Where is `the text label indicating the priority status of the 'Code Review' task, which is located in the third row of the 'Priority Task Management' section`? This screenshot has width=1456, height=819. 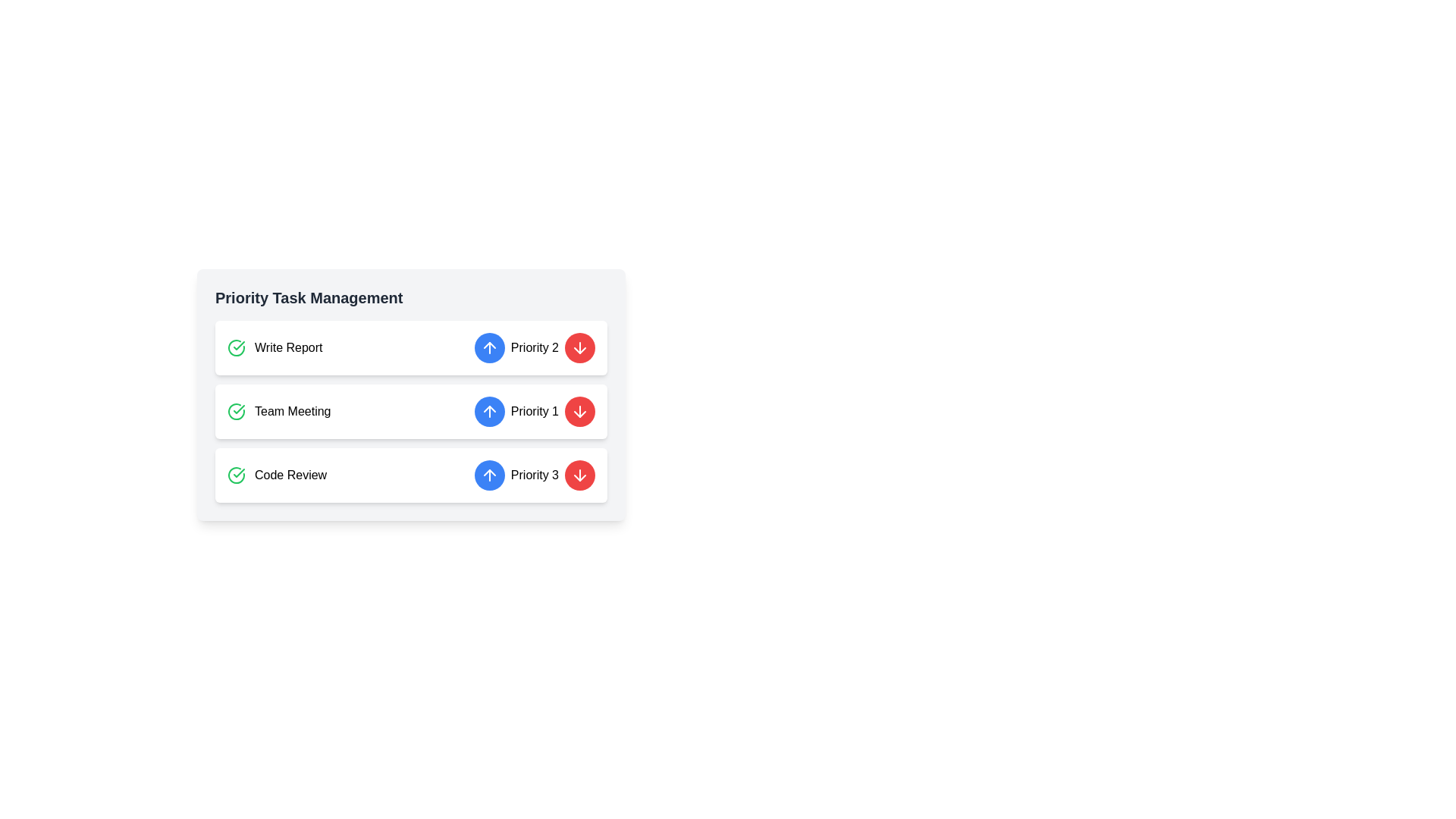
the text label indicating the priority status of the 'Code Review' task, which is located in the third row of the 'Priority Task Management' section is located at coordinates (535, 475).